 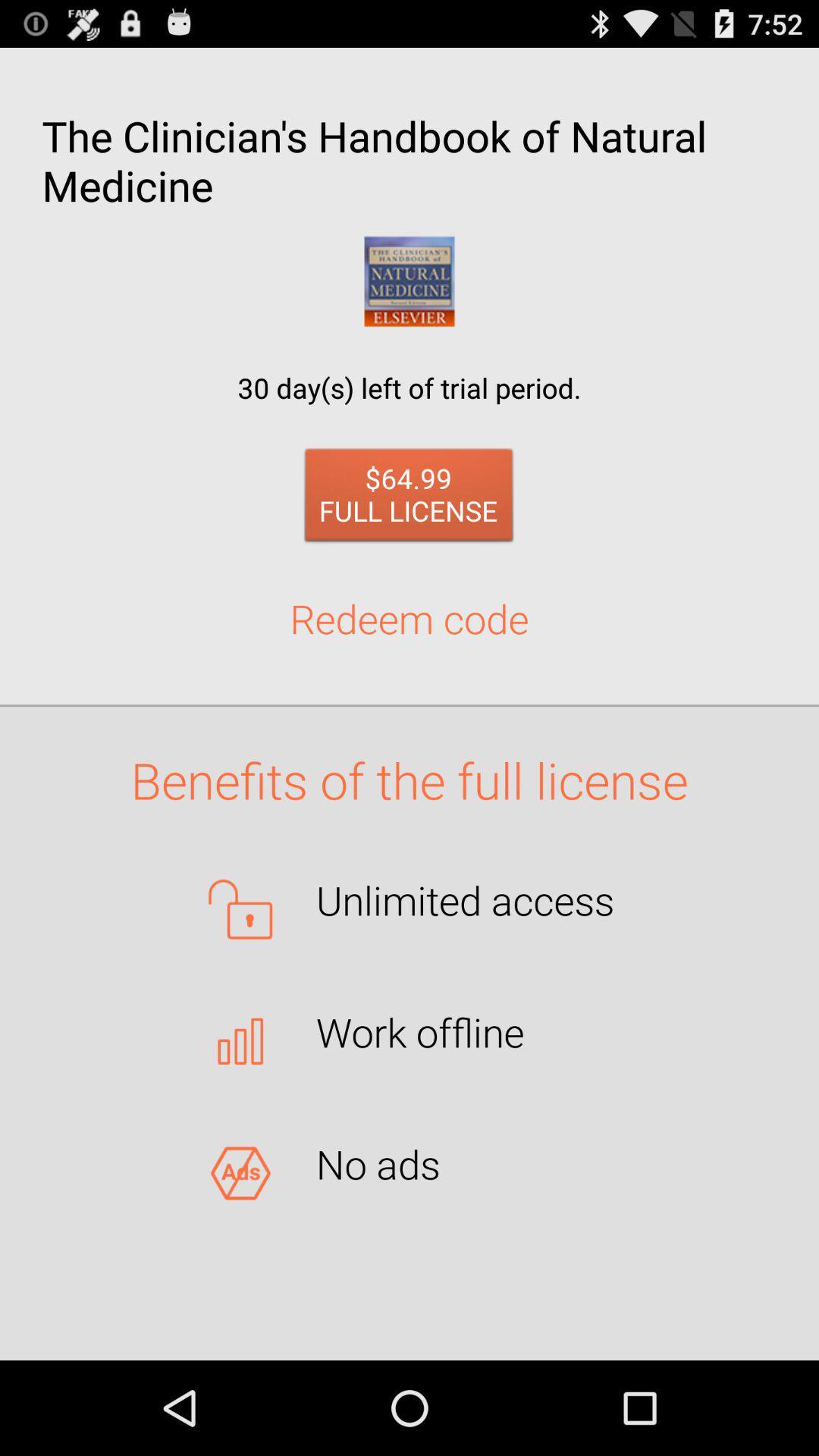 I want to click on redeem code, so click(x=409, y=618).